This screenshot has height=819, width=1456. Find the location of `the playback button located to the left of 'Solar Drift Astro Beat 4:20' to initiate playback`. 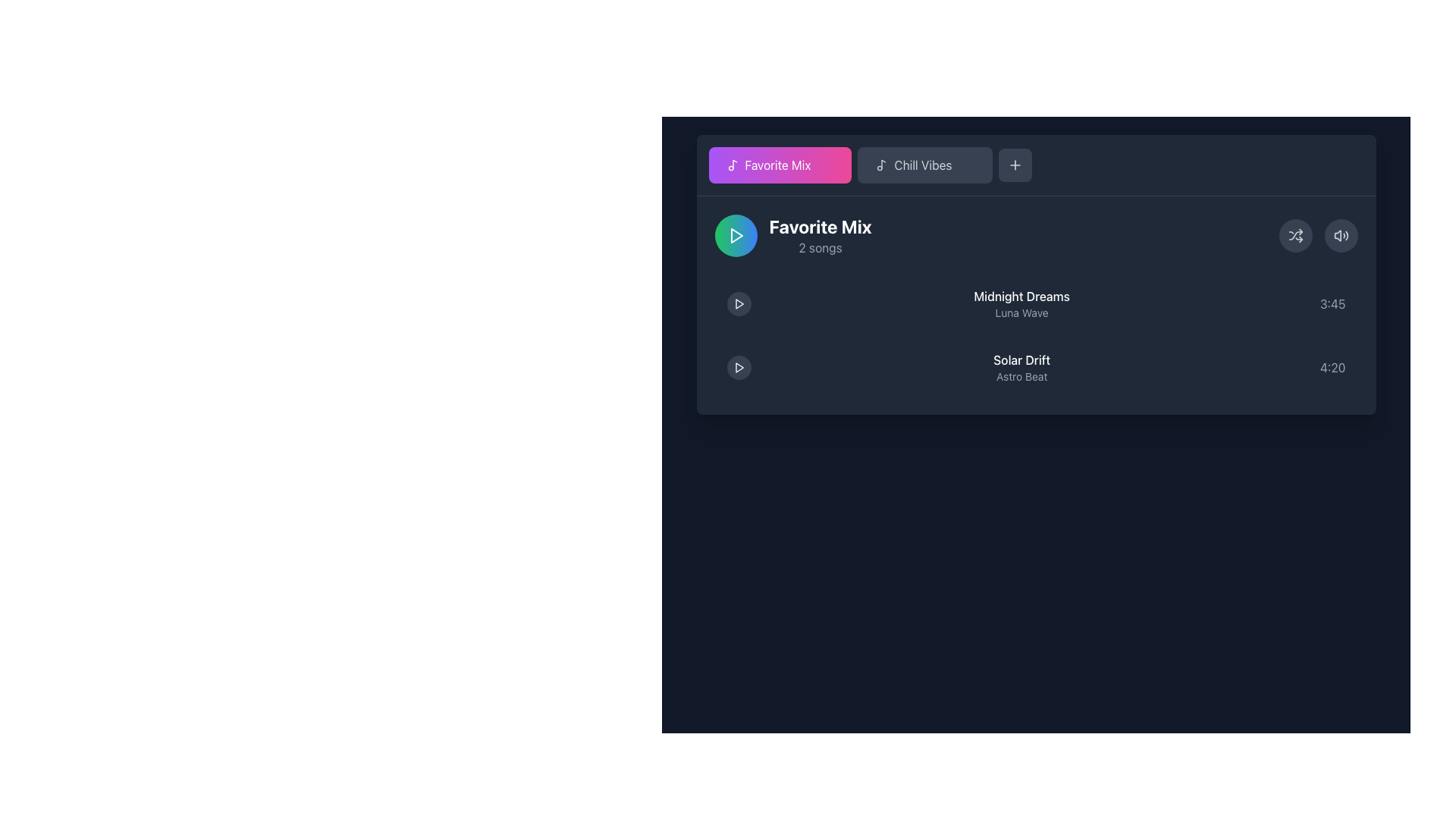

the playback button located to the left of 'Solar Drift Astro Beat 4:20' to initiate playback is located at coordinates (739, 368).